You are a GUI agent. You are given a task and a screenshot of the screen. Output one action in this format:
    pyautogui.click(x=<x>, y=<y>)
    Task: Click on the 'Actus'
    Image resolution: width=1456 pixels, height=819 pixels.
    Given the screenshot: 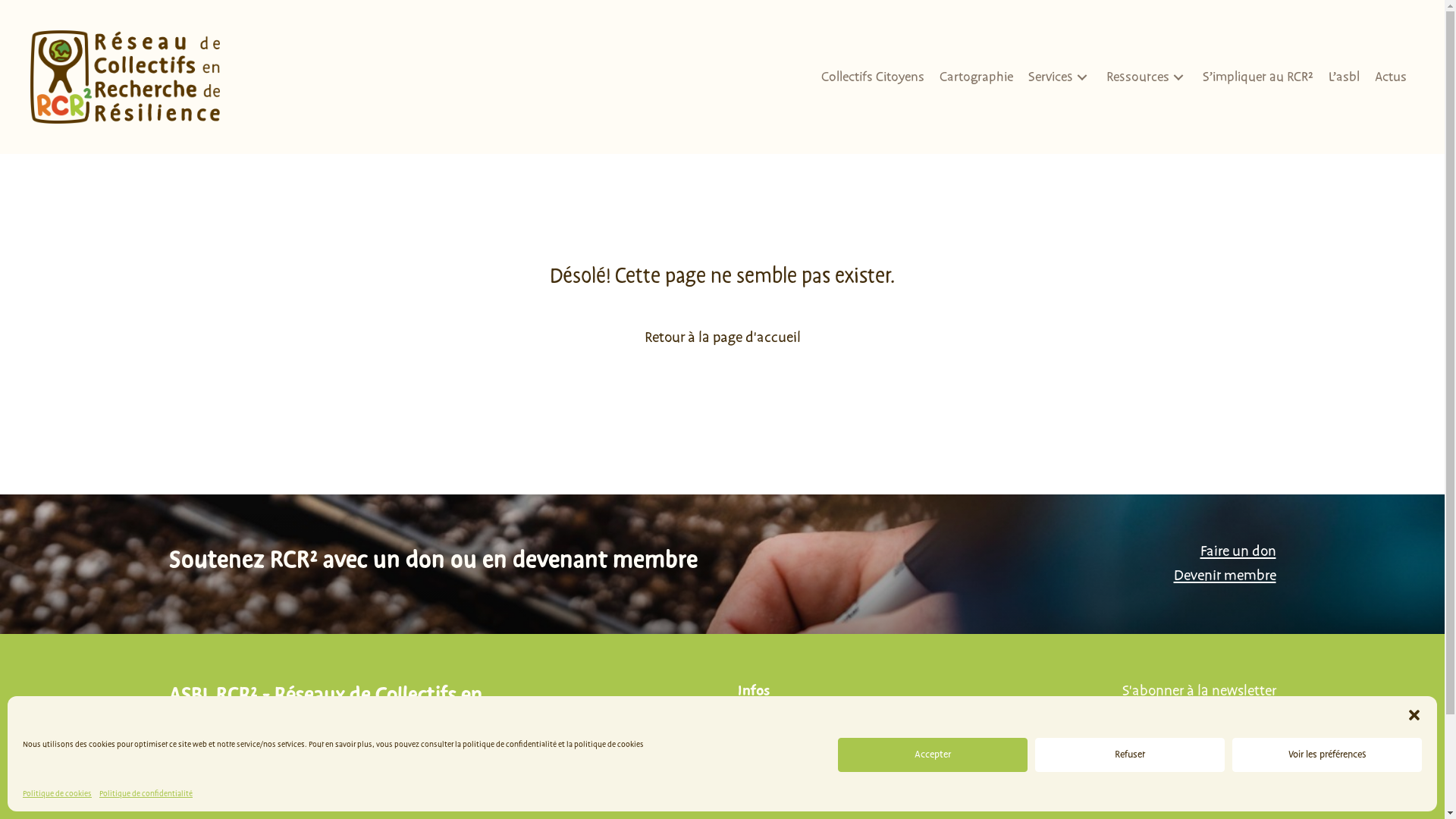 What is the action you would take?
    pyautogui.click(x=1390, y=77)
    